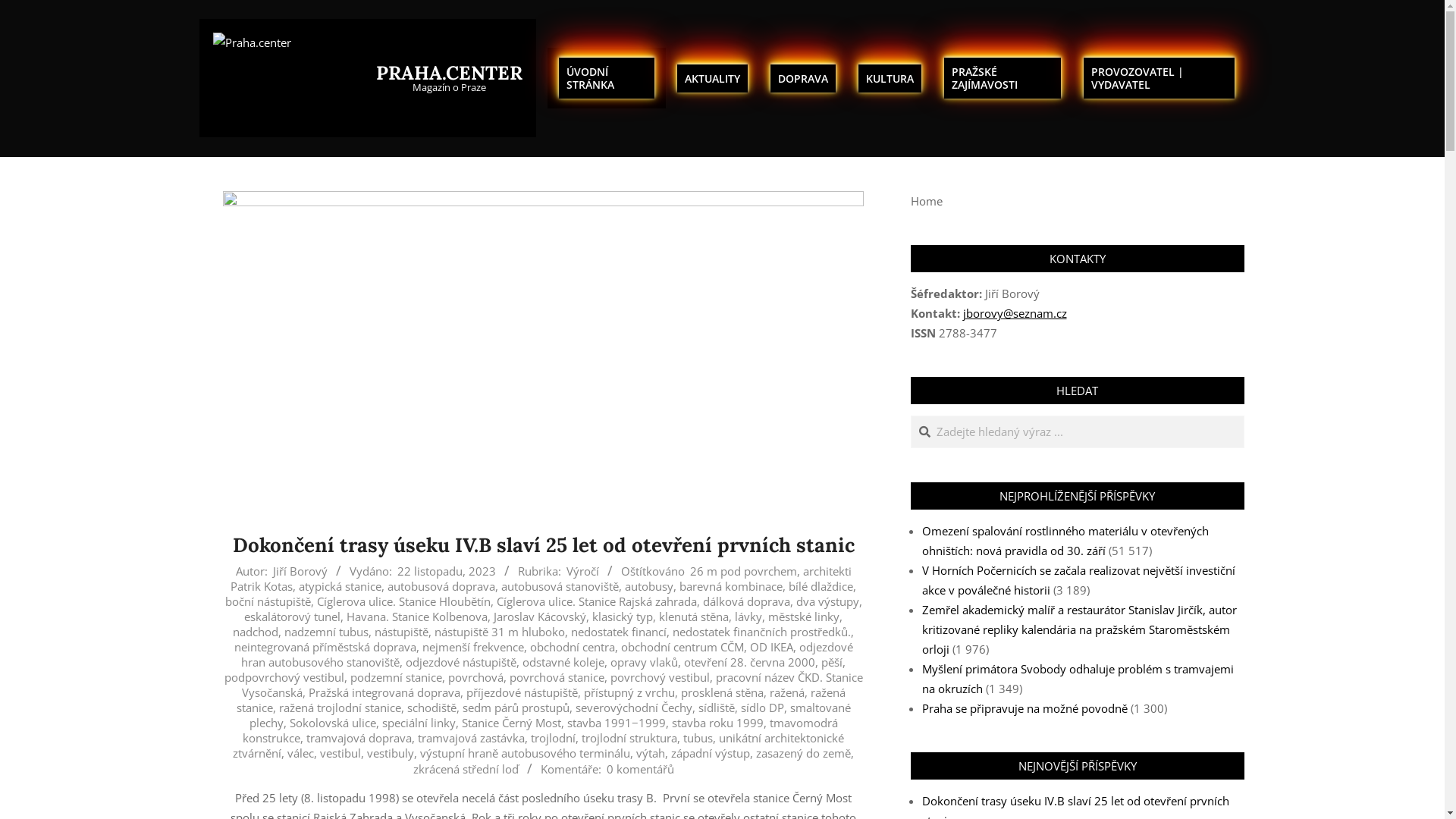 Image resolution: width=1456 pixels, height=819 pixels. What do you see at coordinates (1158, 78) in the screenshot?
I see `'PROVOZOVATEL | VYDAVATEL'` at bounding box center [1158, 78].